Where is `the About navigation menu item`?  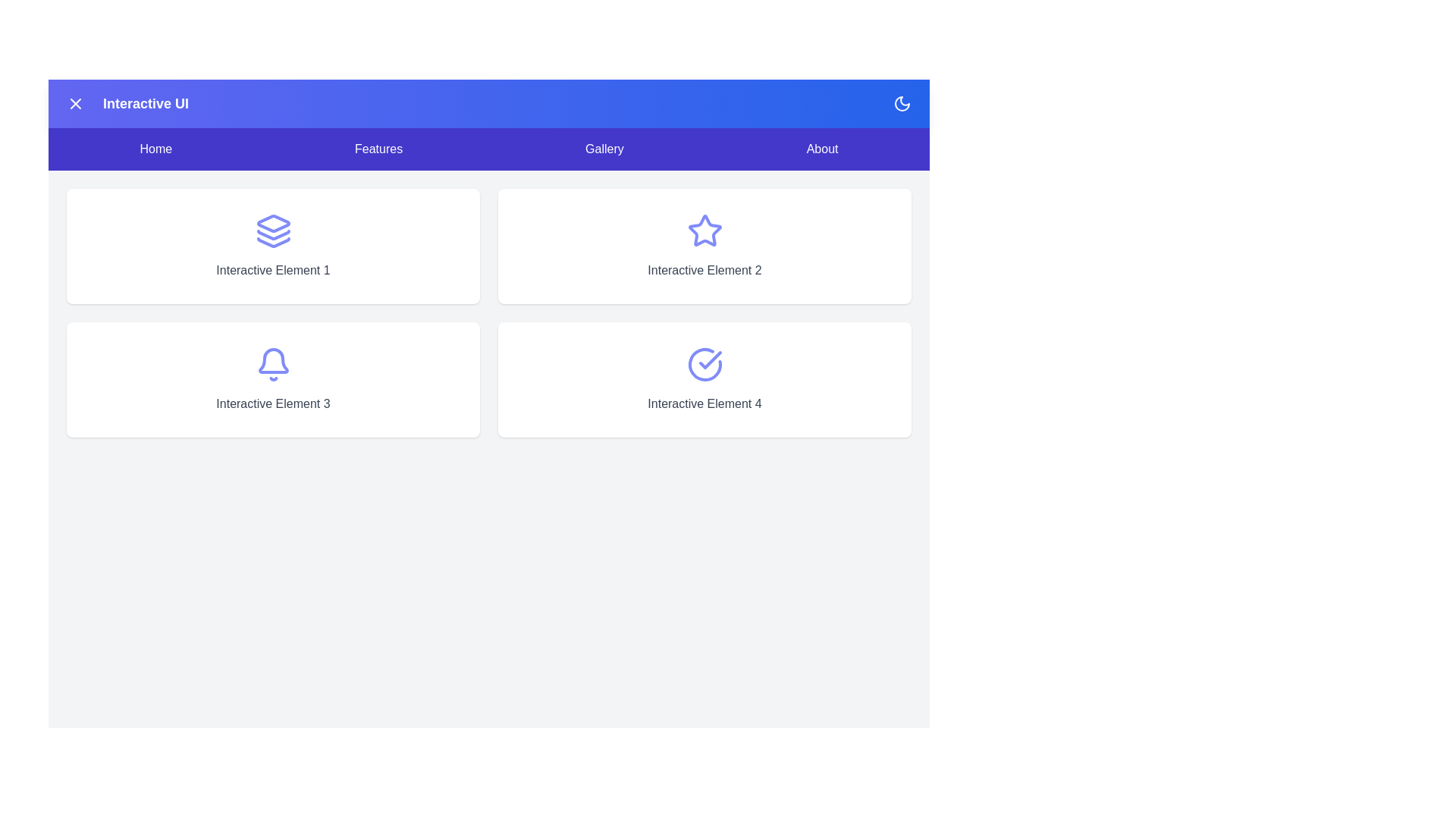 the About navigation menu item is located at coordinates (821, 149).